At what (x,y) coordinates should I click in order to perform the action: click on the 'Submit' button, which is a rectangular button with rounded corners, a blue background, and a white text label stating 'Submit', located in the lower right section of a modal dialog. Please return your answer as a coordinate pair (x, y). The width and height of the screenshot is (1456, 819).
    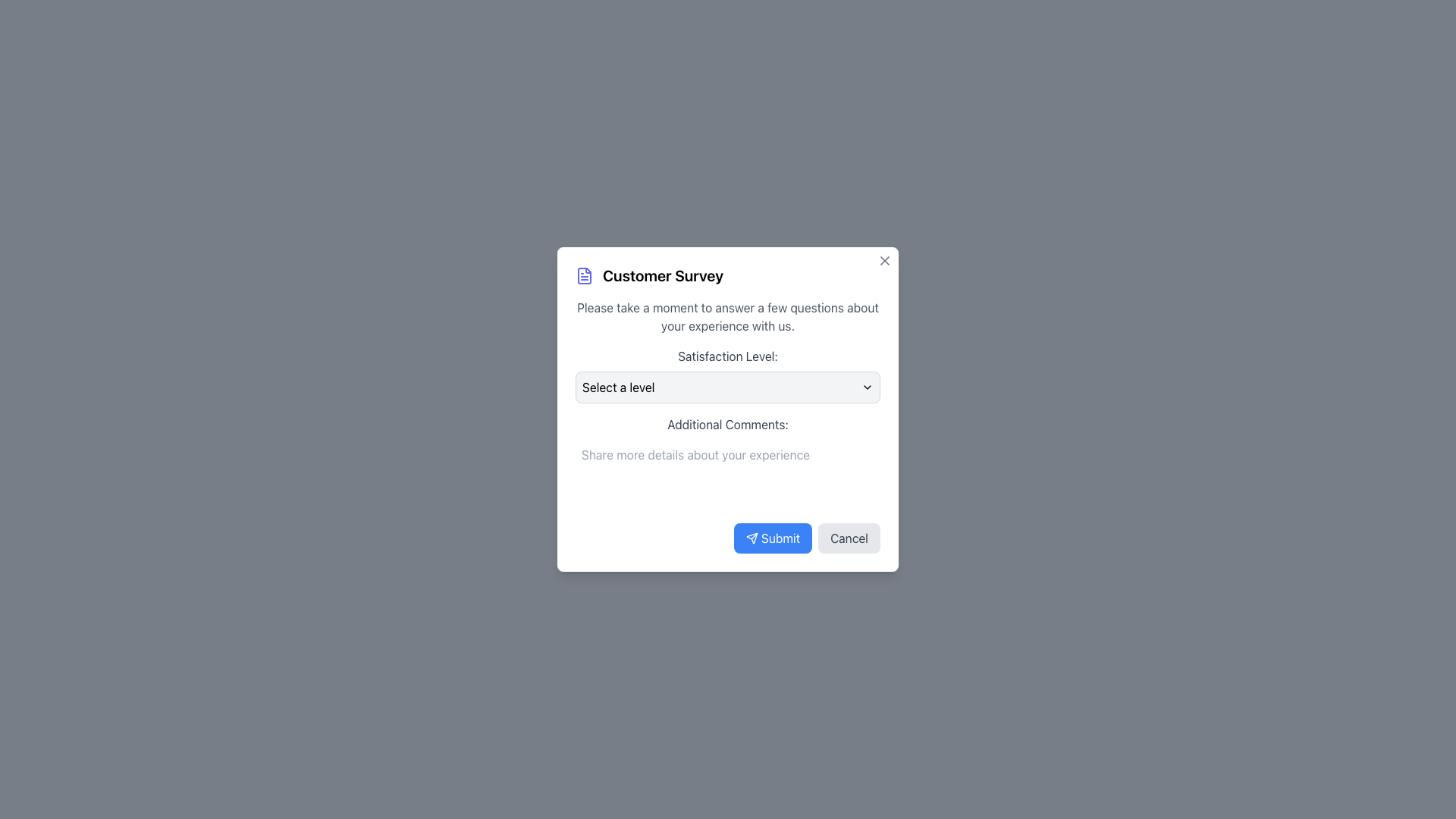
    Looking at the image, I should click on (773, 537).